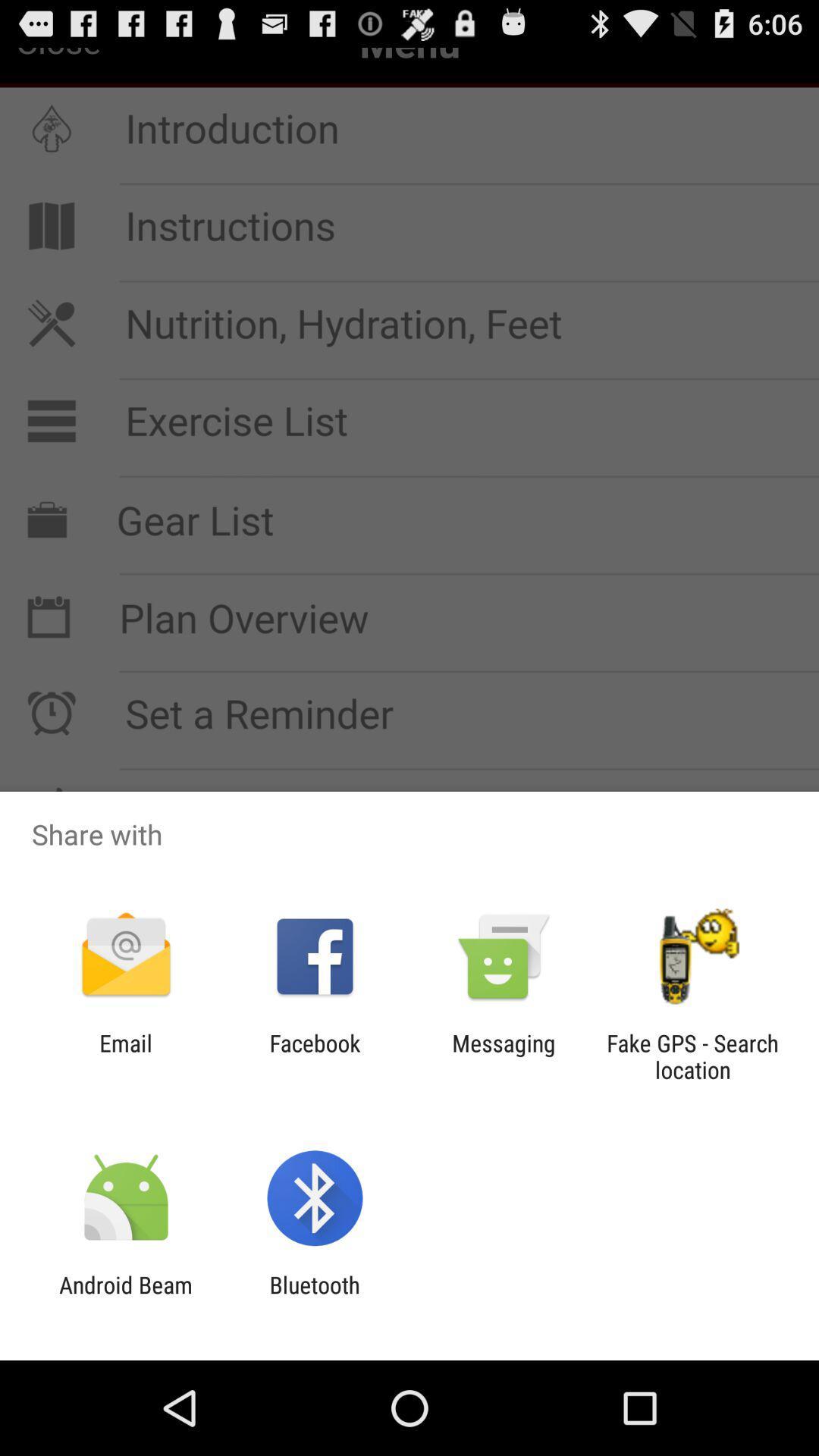  Describe the element at coordinates (125, 1298) in the screenshot. I see `icon next to bluetooth app` at that location.